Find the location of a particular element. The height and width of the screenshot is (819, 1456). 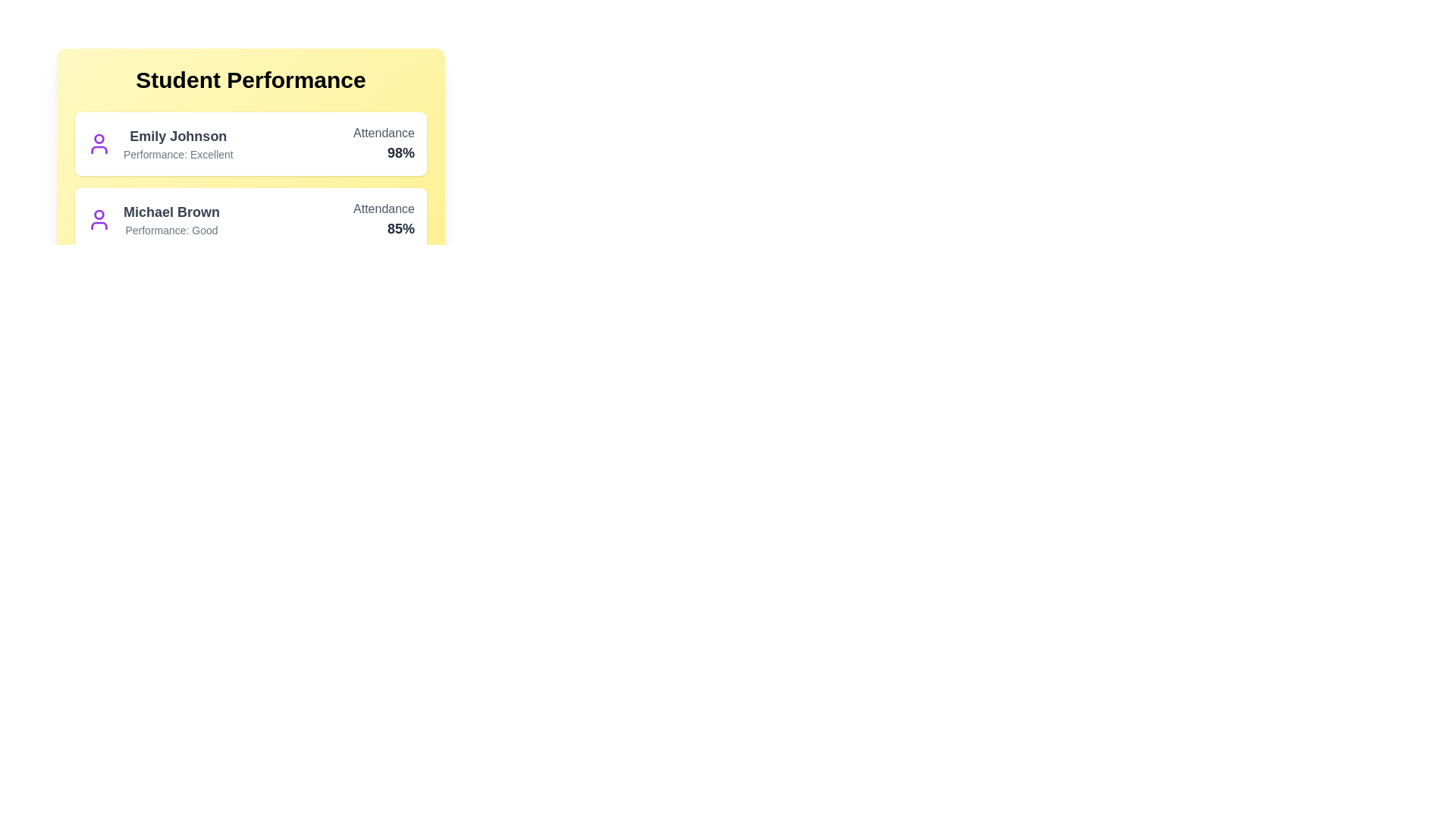

the avatar of the student Emily Johnson to view their tooltip is located at coordinates (98, 143).